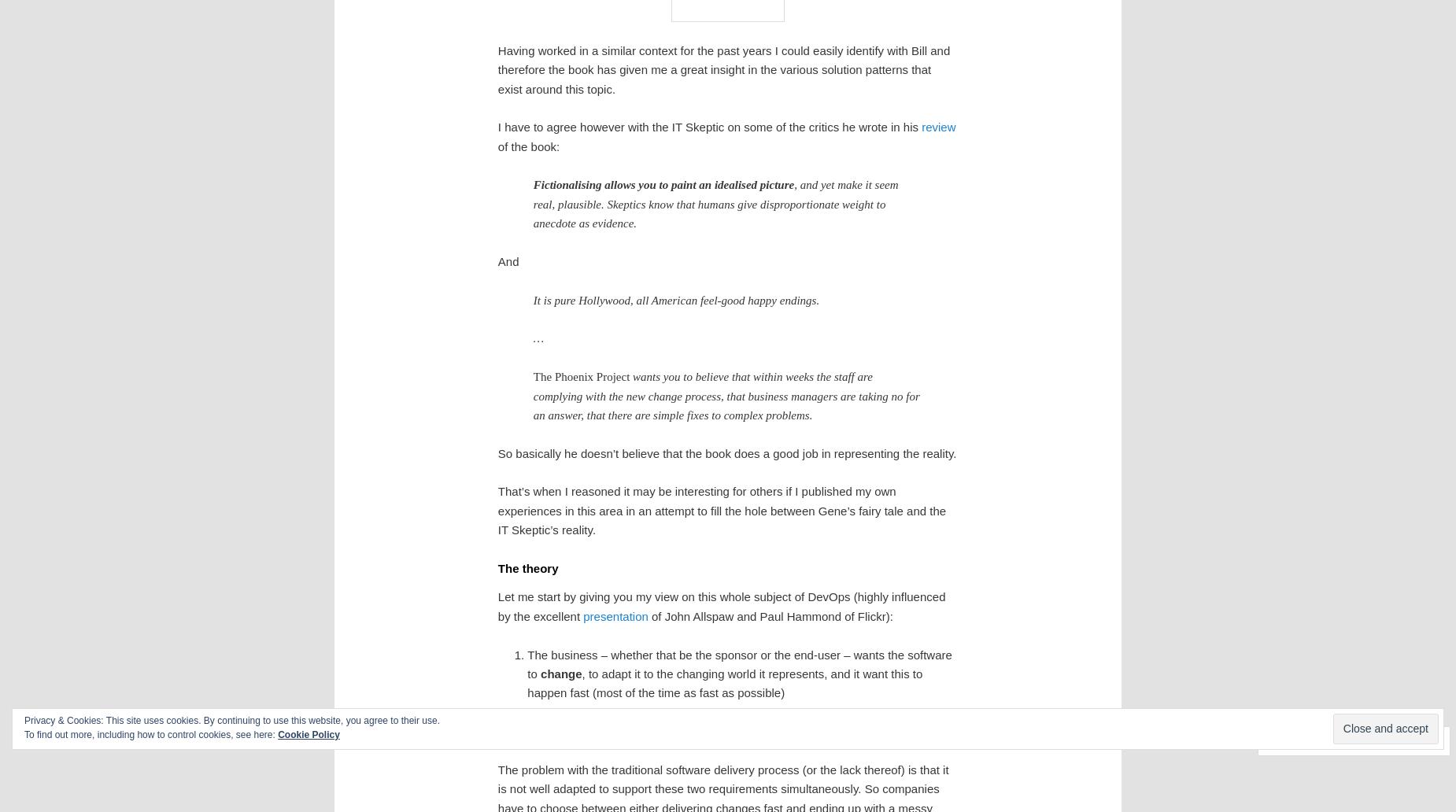  What do you see at coordinates (648, 615) in the screenshot?
I see `'of John Allspaw and Paul Hammond of Flickr):'` at bounding box center [648, 615].